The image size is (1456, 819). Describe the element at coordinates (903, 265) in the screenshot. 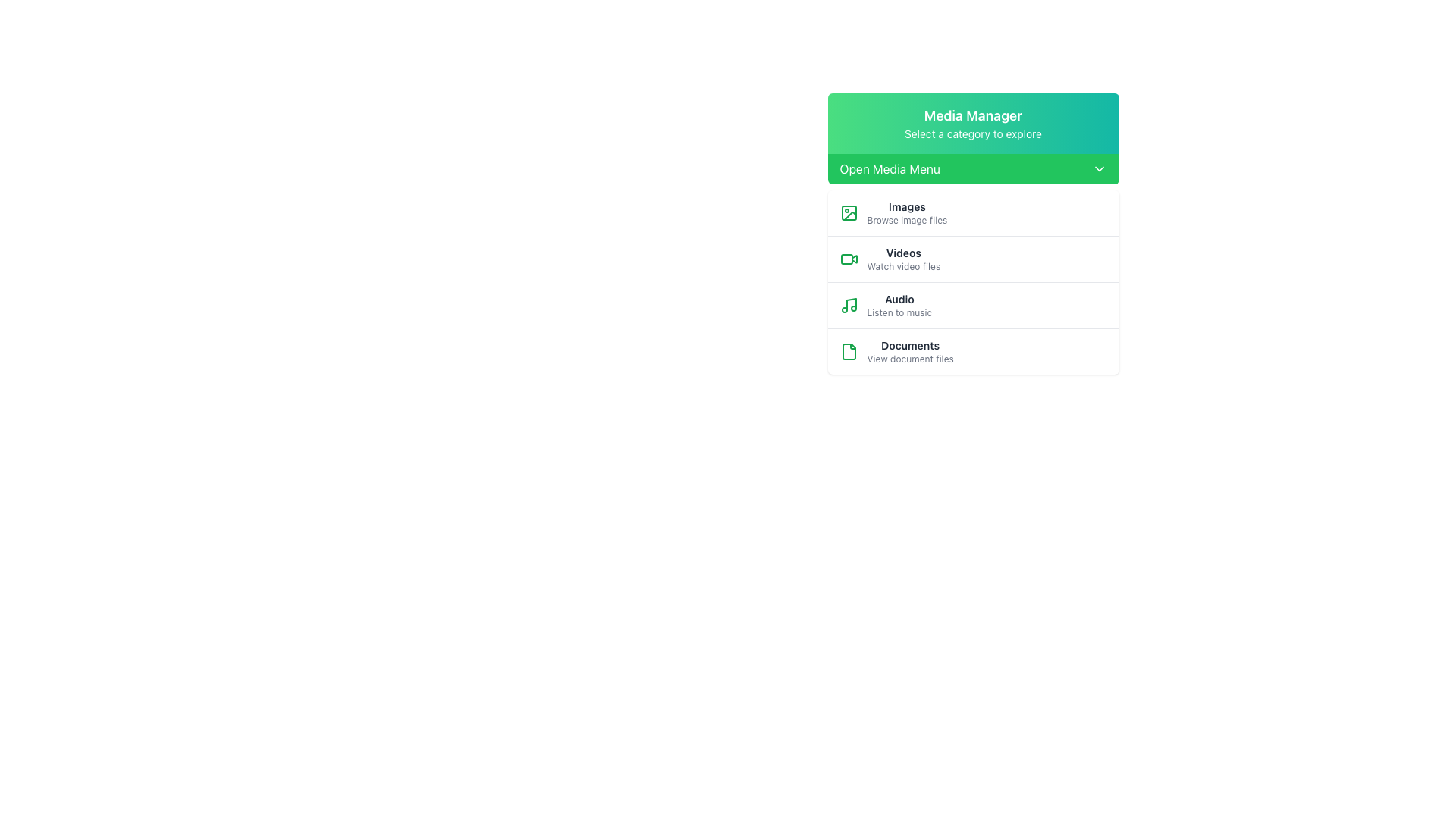

I see `the static text label providing a description for the 'Videos' section` at that location.